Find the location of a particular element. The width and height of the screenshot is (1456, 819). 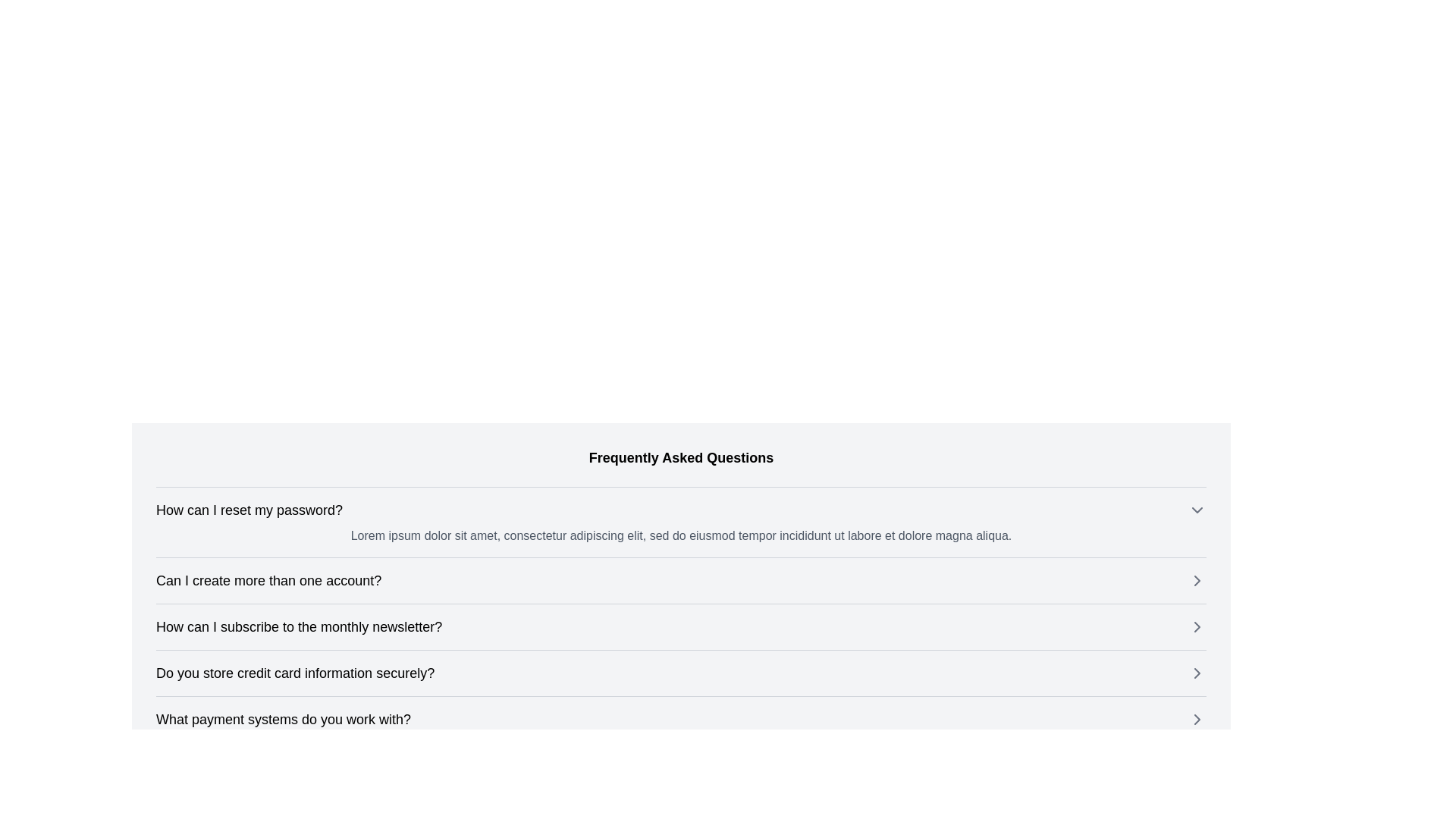

the chevron arrow icon styled in SVG format, located at the far right end of the 'What payment systems do you work with?' question row in the FAQ section is located at coordinates (1197, 718).